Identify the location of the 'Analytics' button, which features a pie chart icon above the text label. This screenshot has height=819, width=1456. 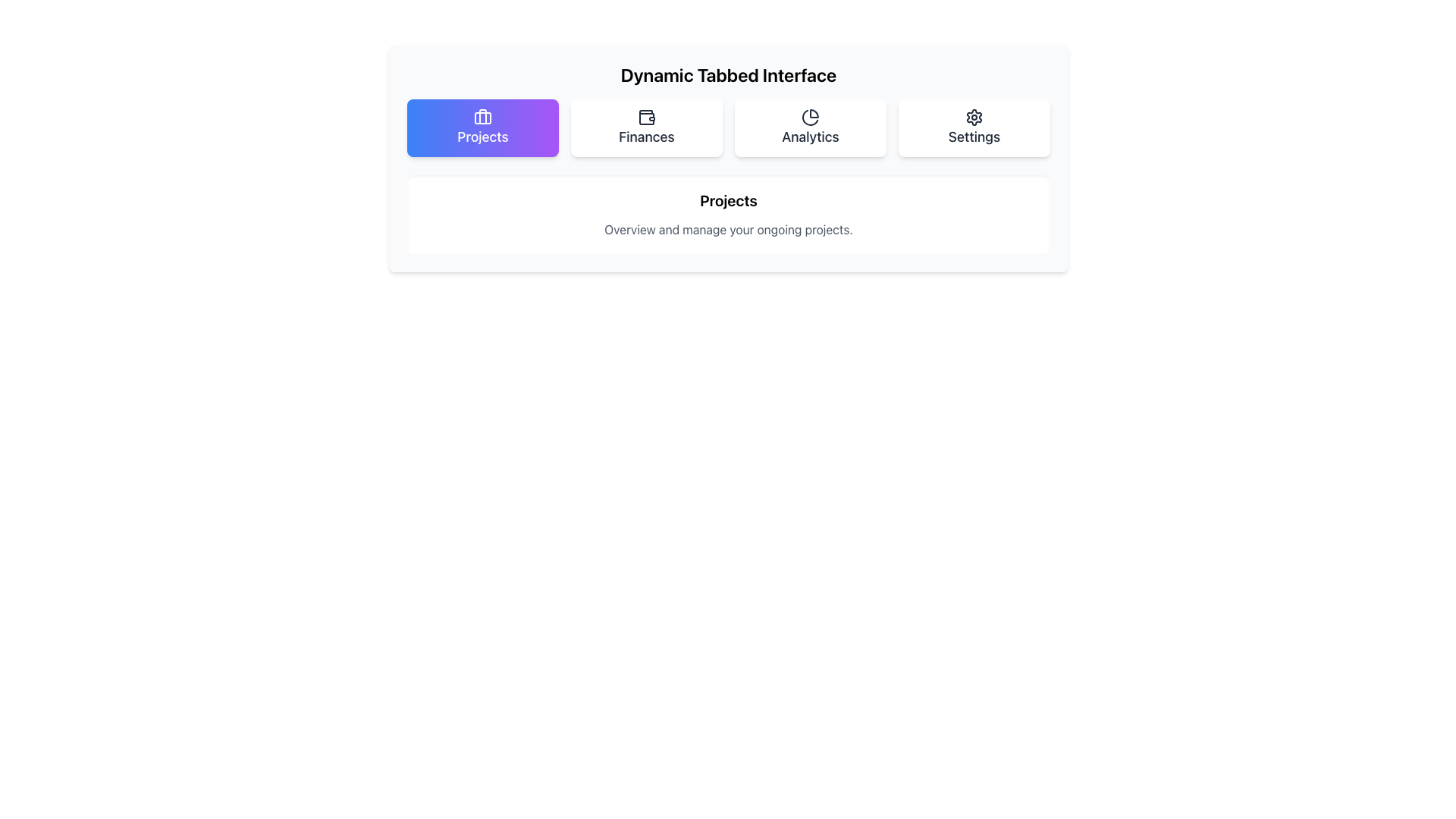
(810, 127).